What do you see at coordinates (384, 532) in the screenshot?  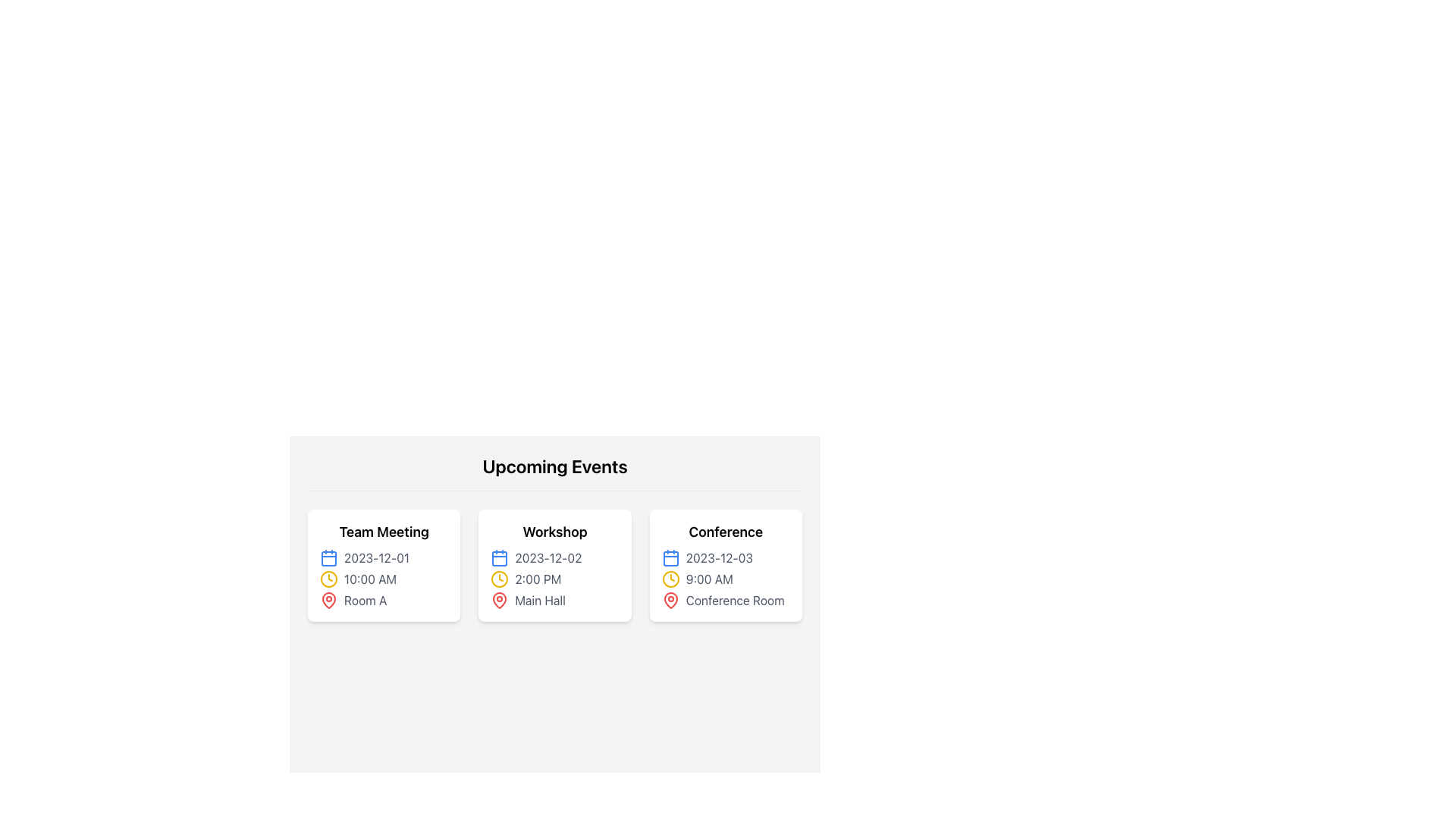 I see `the 'Team Meeting' text label, which is styled in bold and large font, positioned at the top of the card component` at bounding box center [384, 532].